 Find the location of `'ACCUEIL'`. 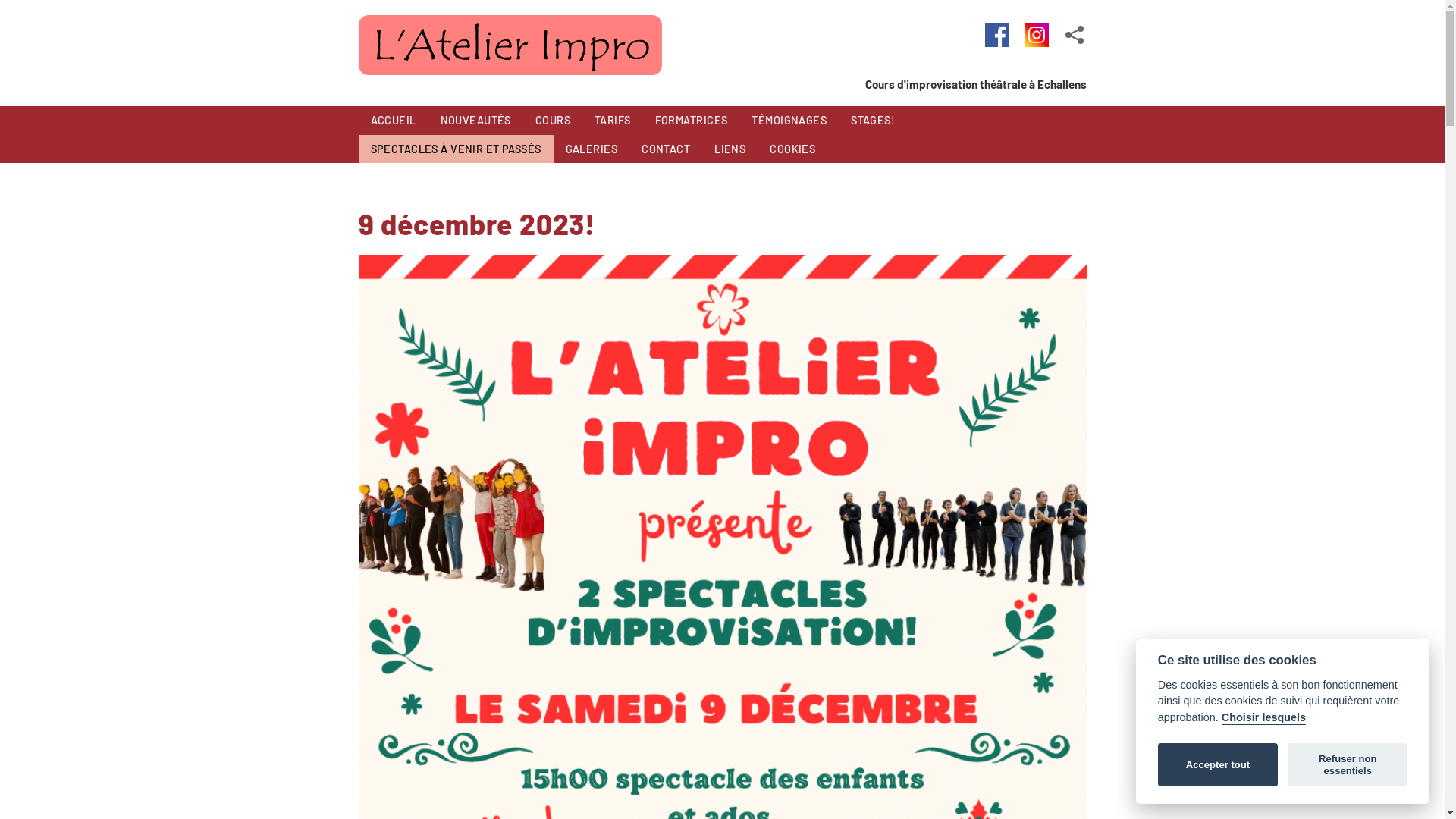

'ACCUEIL' is located at coordinates (393, 119).